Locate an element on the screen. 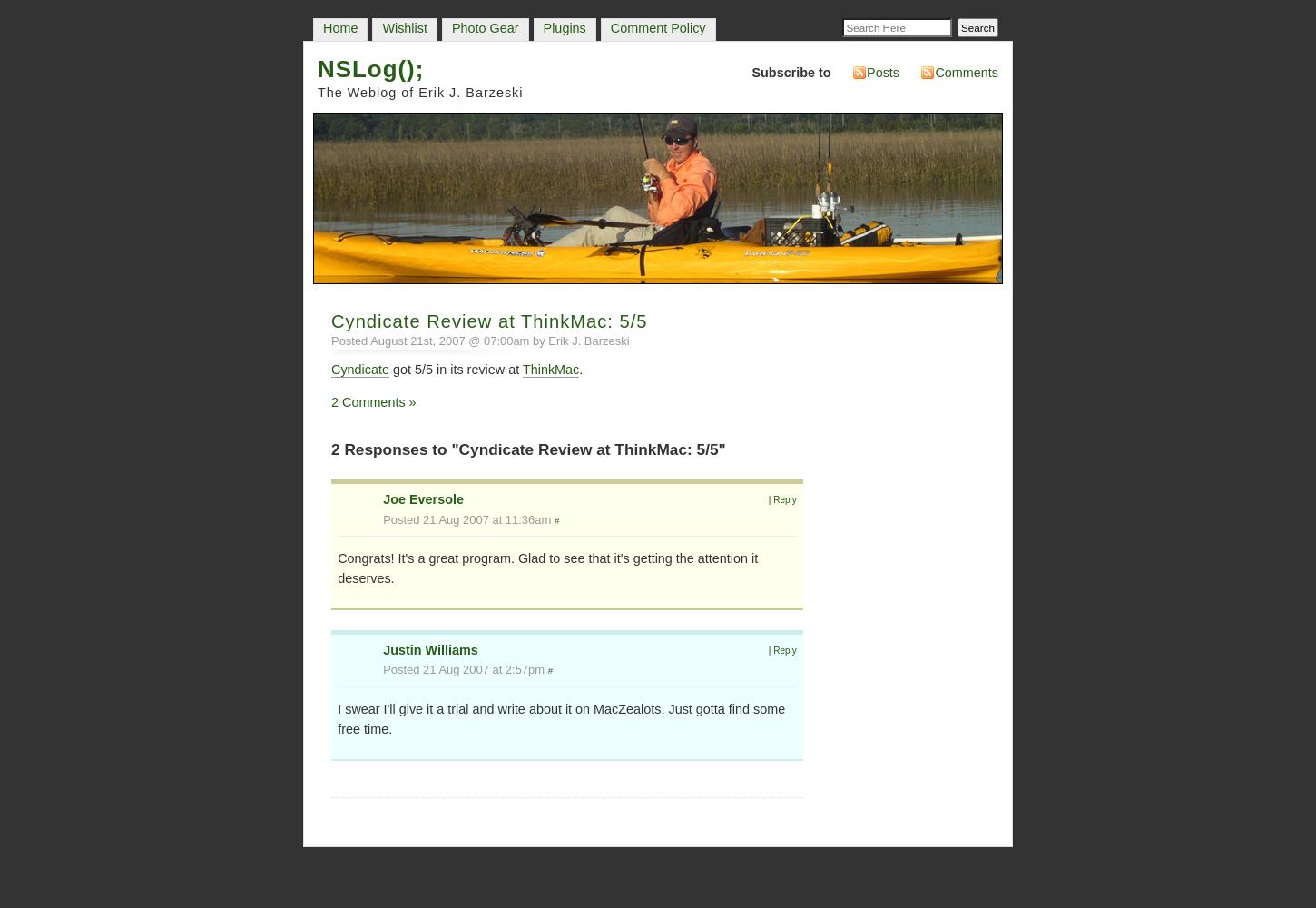  'got 5/5 in its review at' is located at coordinates (455, 369).